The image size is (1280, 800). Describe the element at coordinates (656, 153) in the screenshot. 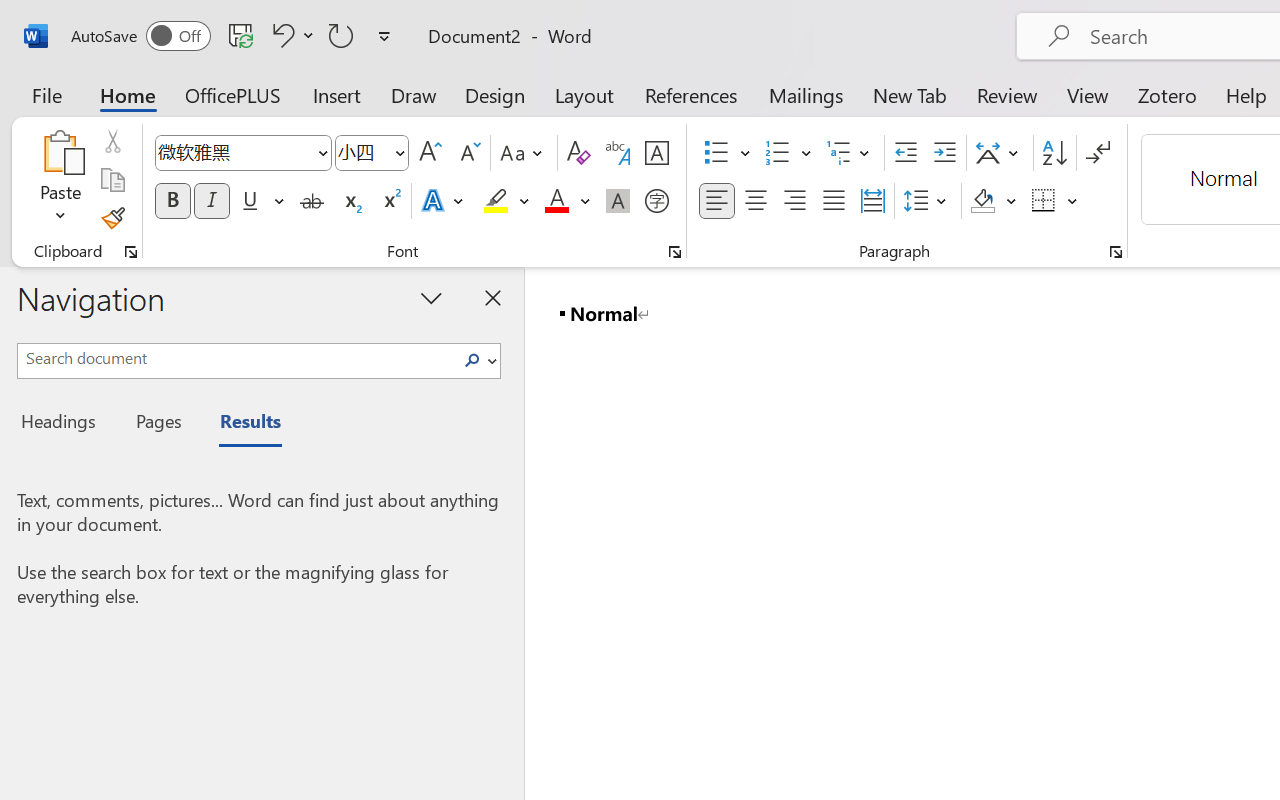

I see `'Character Border'` at that location.